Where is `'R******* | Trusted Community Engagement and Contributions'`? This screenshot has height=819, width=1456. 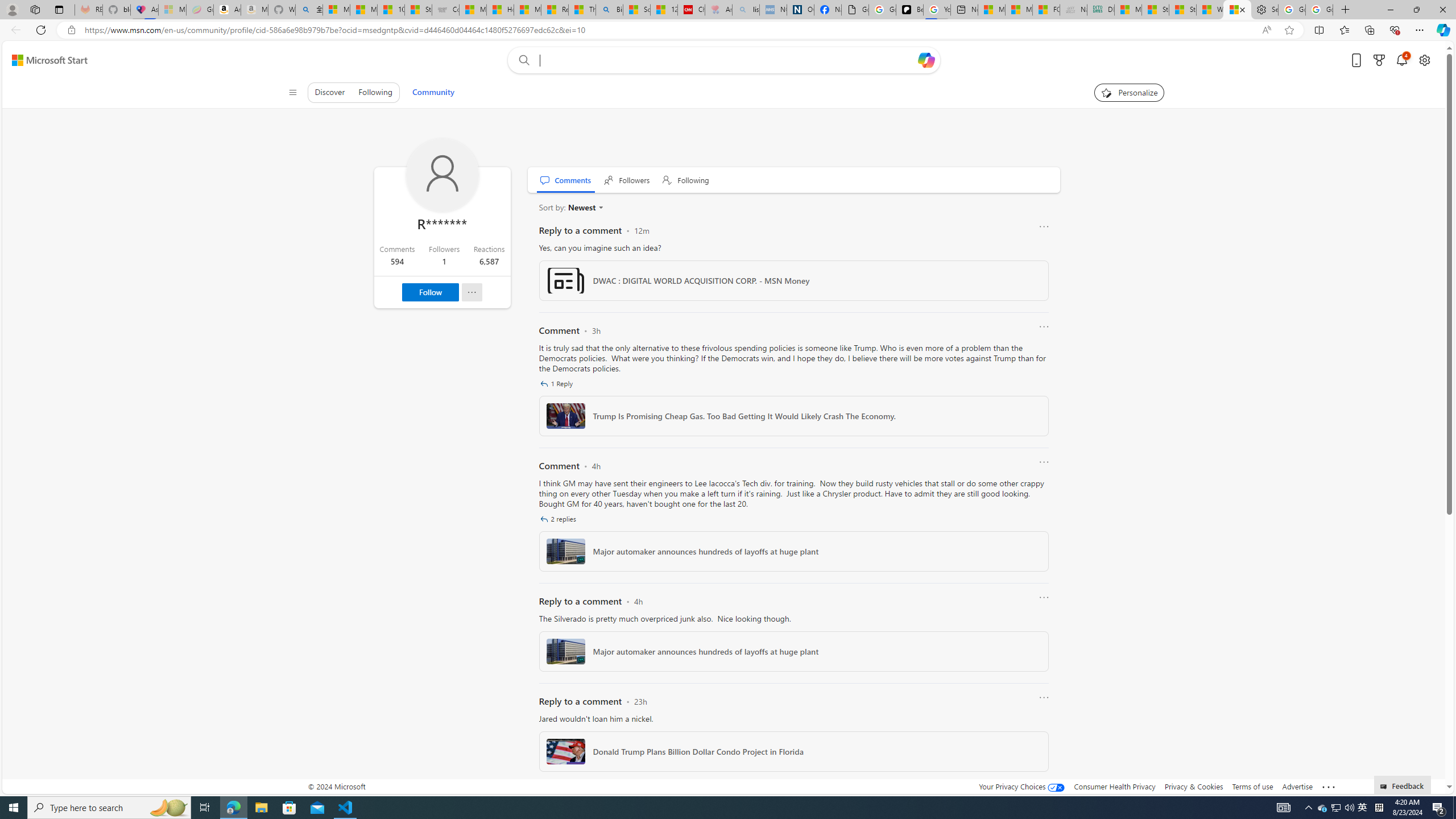
'R******* | Trusted Community Engagement and Contributions' is located at coordinates (1236, 9).